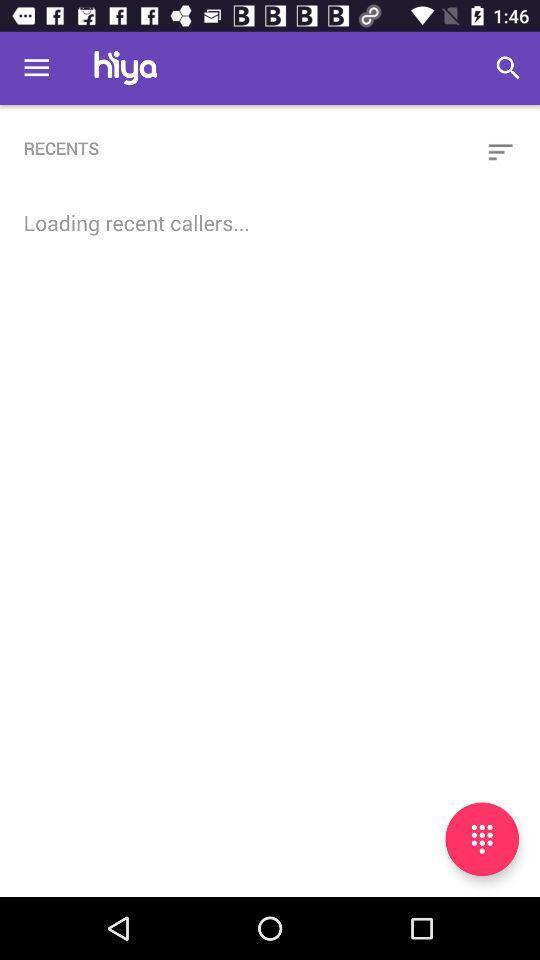 This screenshot has width=540, height=960. Describe the element at coordinates (481, 839) in the screenshot. I see `menu button` at that location.